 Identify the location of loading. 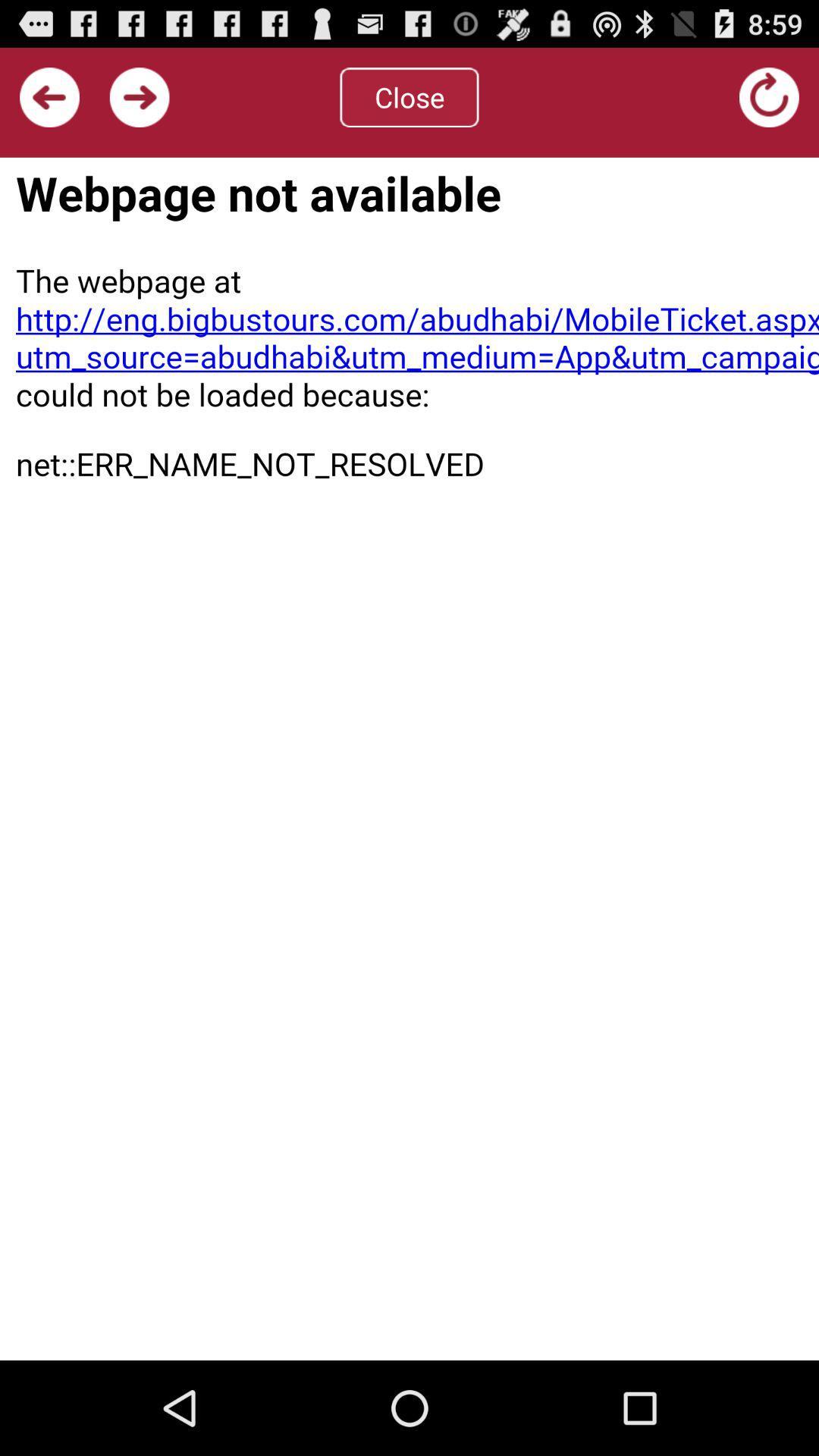
(769, 96).